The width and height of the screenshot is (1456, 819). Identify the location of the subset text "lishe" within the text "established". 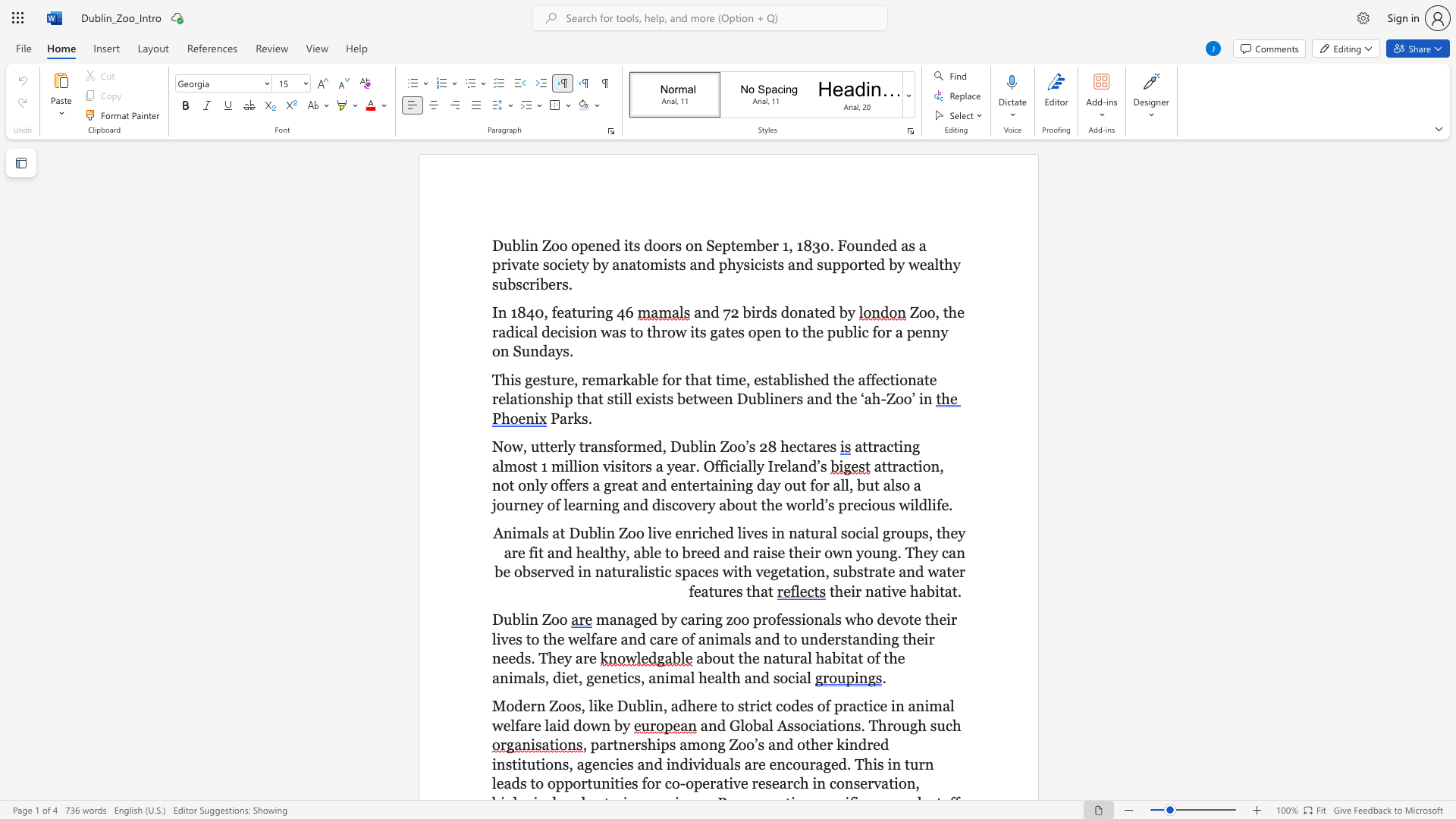
(789, 378).